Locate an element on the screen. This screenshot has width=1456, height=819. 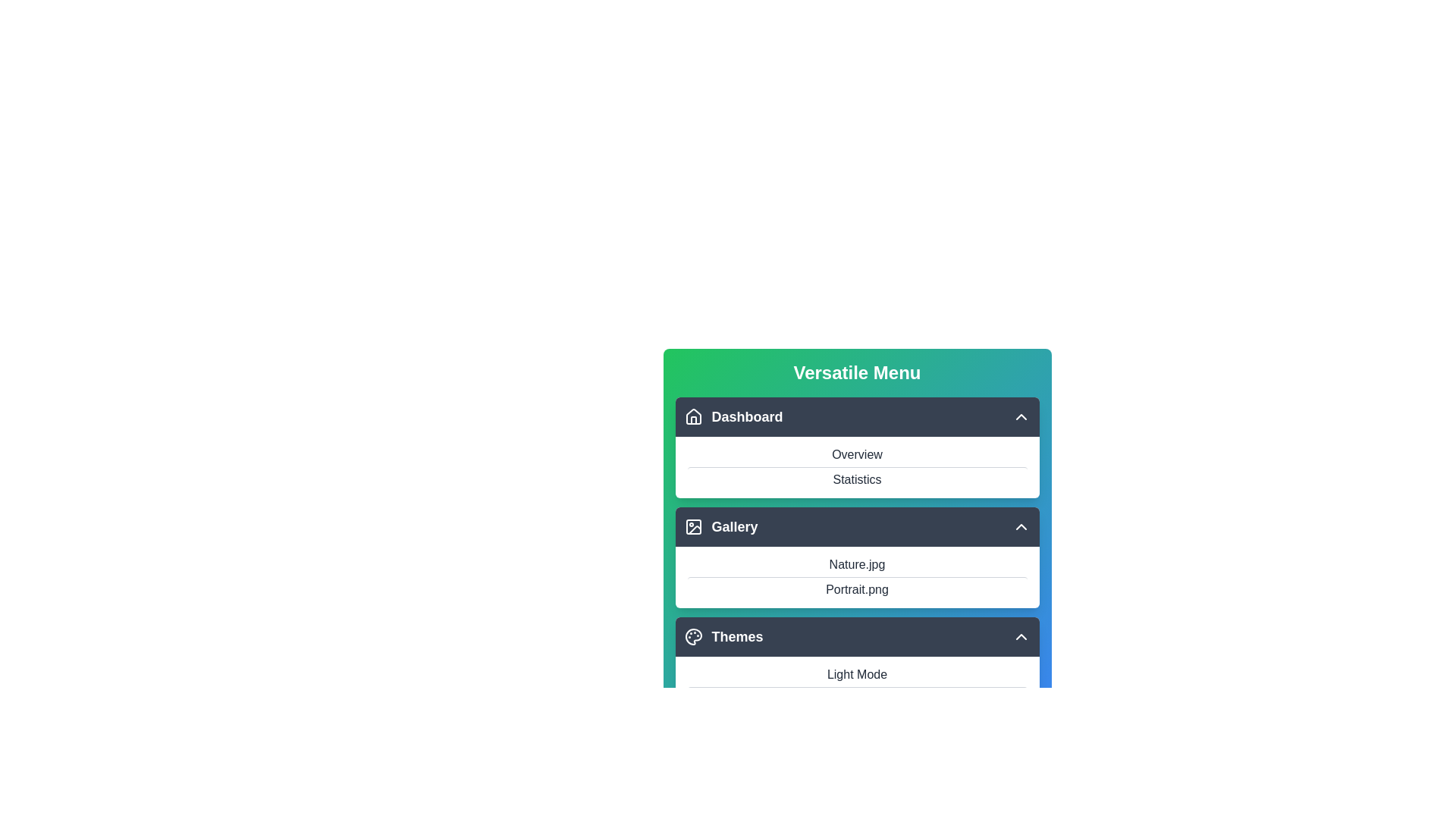
the item Overview from the section Dashboard is located at coordinates (857, 417).